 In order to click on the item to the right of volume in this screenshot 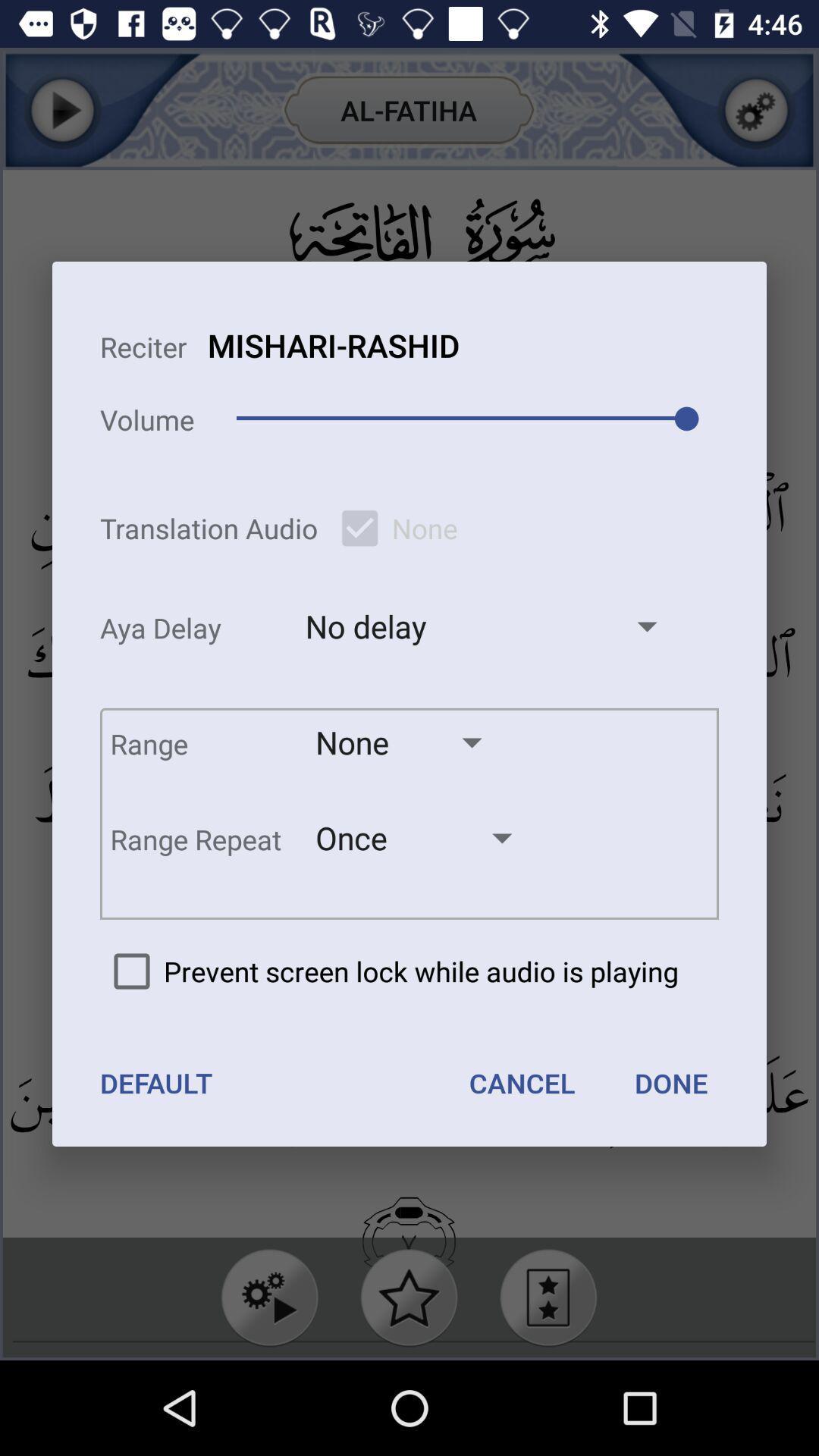, I will do `click(333, 344)`.